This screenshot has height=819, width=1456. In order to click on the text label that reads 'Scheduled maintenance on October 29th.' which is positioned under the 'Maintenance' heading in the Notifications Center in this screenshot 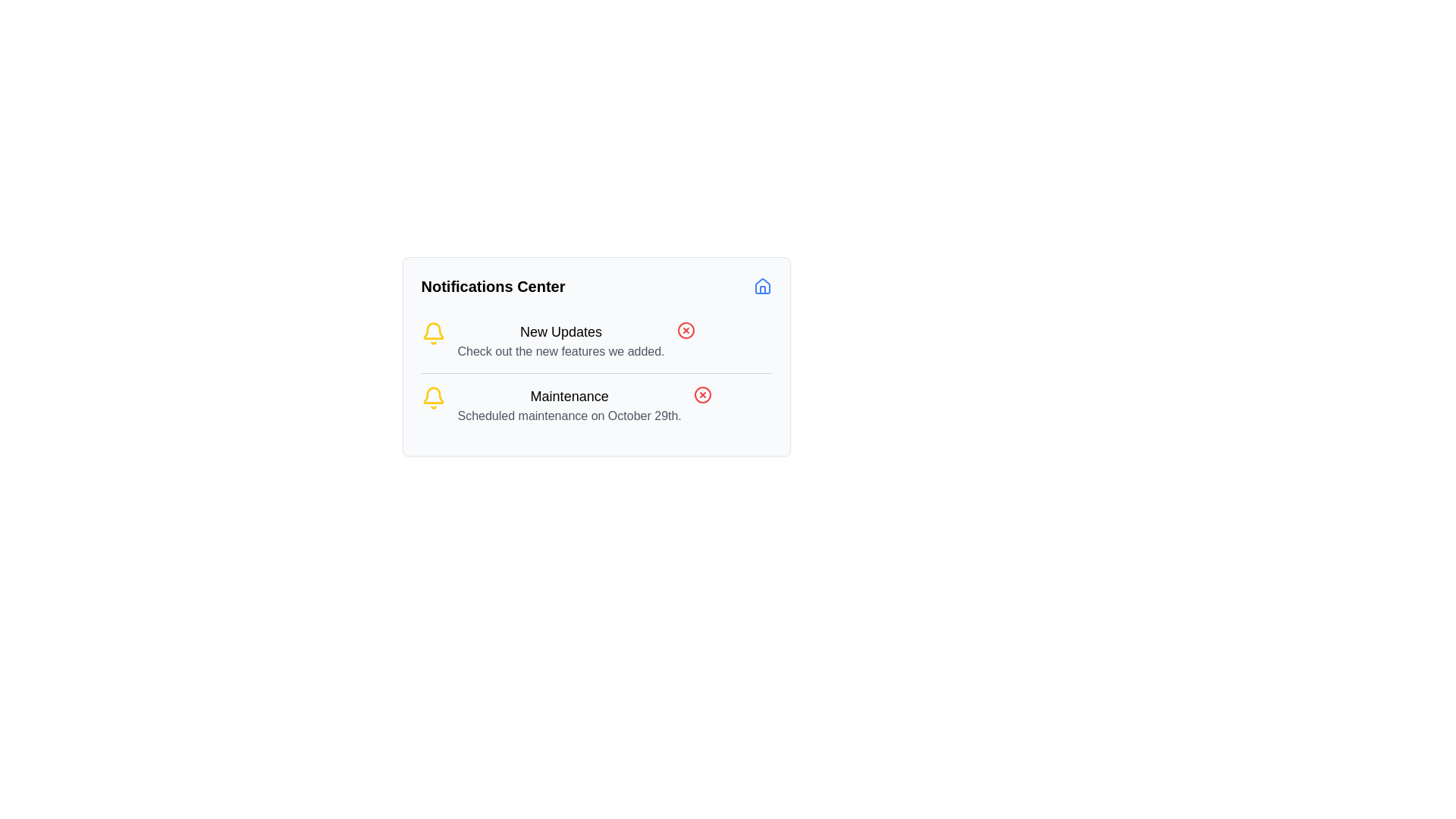, I will do `click(569, 416)`.